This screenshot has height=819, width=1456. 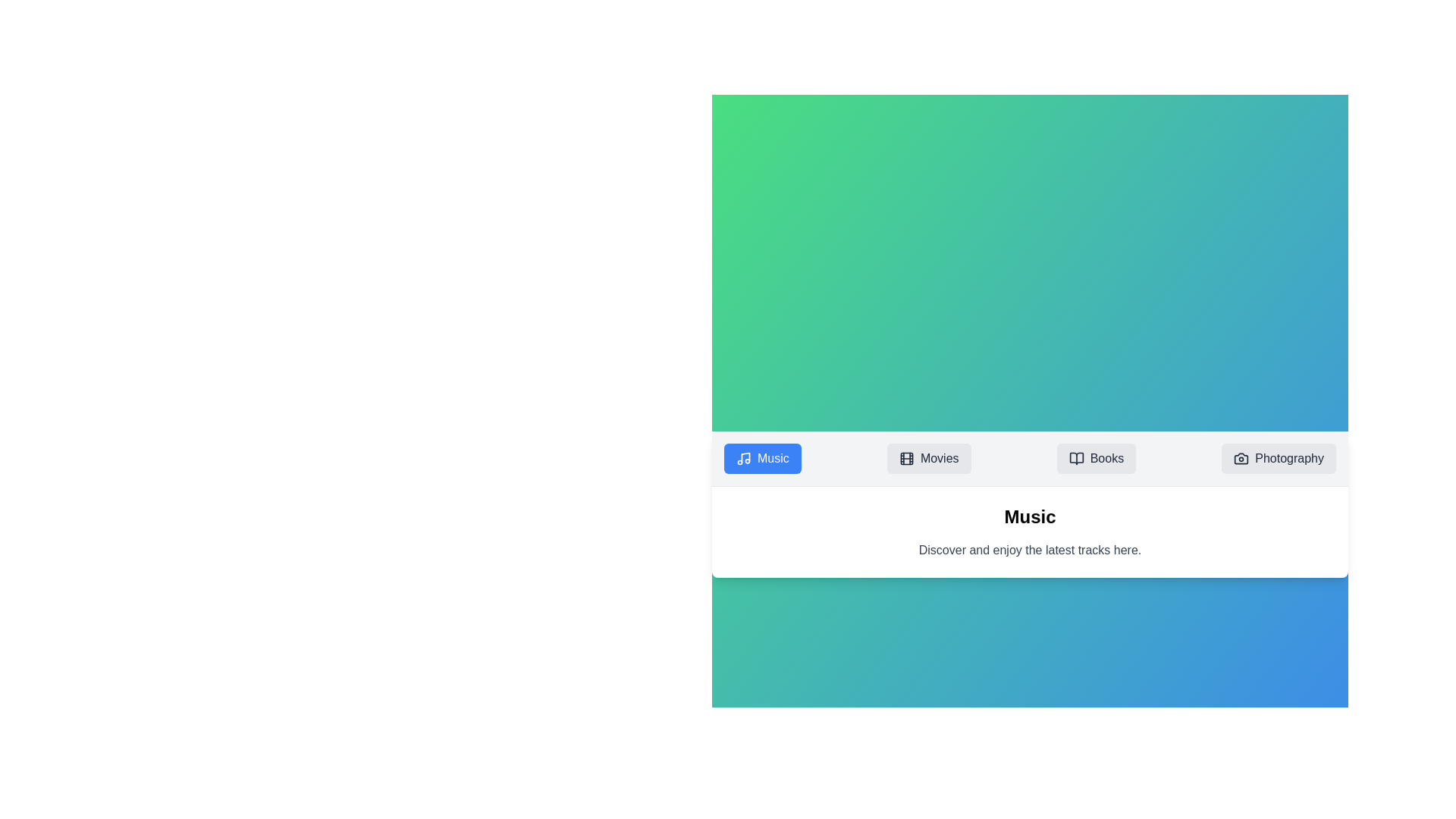 I want to click on the Text Header indicating the section relates to 'Music', which is centrally positioned below the category buttons and above the descriptive text, so click(x=1030, y=516).